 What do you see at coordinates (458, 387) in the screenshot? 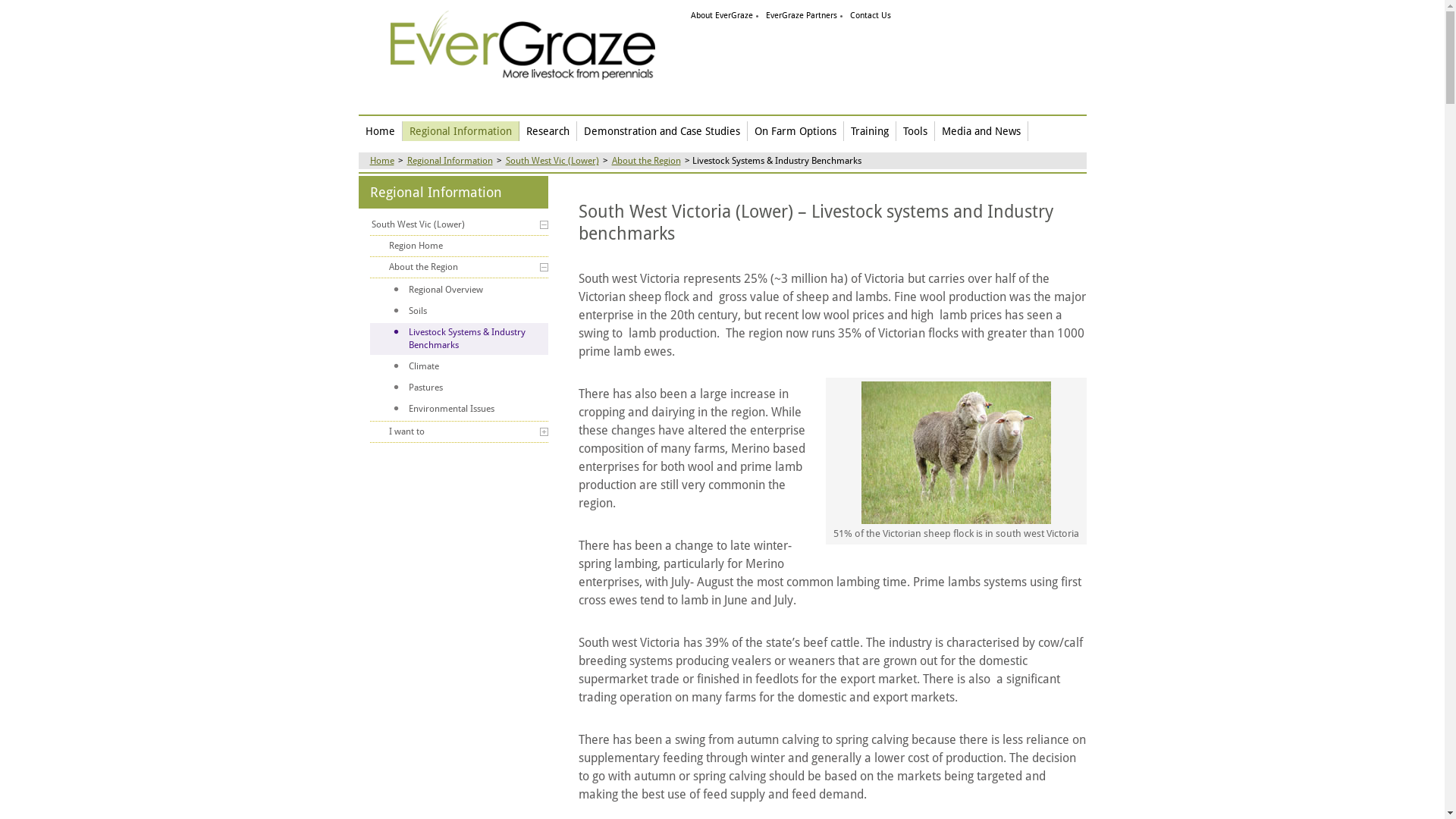
I see `'Pastures'` at bounding box center [458, 387].